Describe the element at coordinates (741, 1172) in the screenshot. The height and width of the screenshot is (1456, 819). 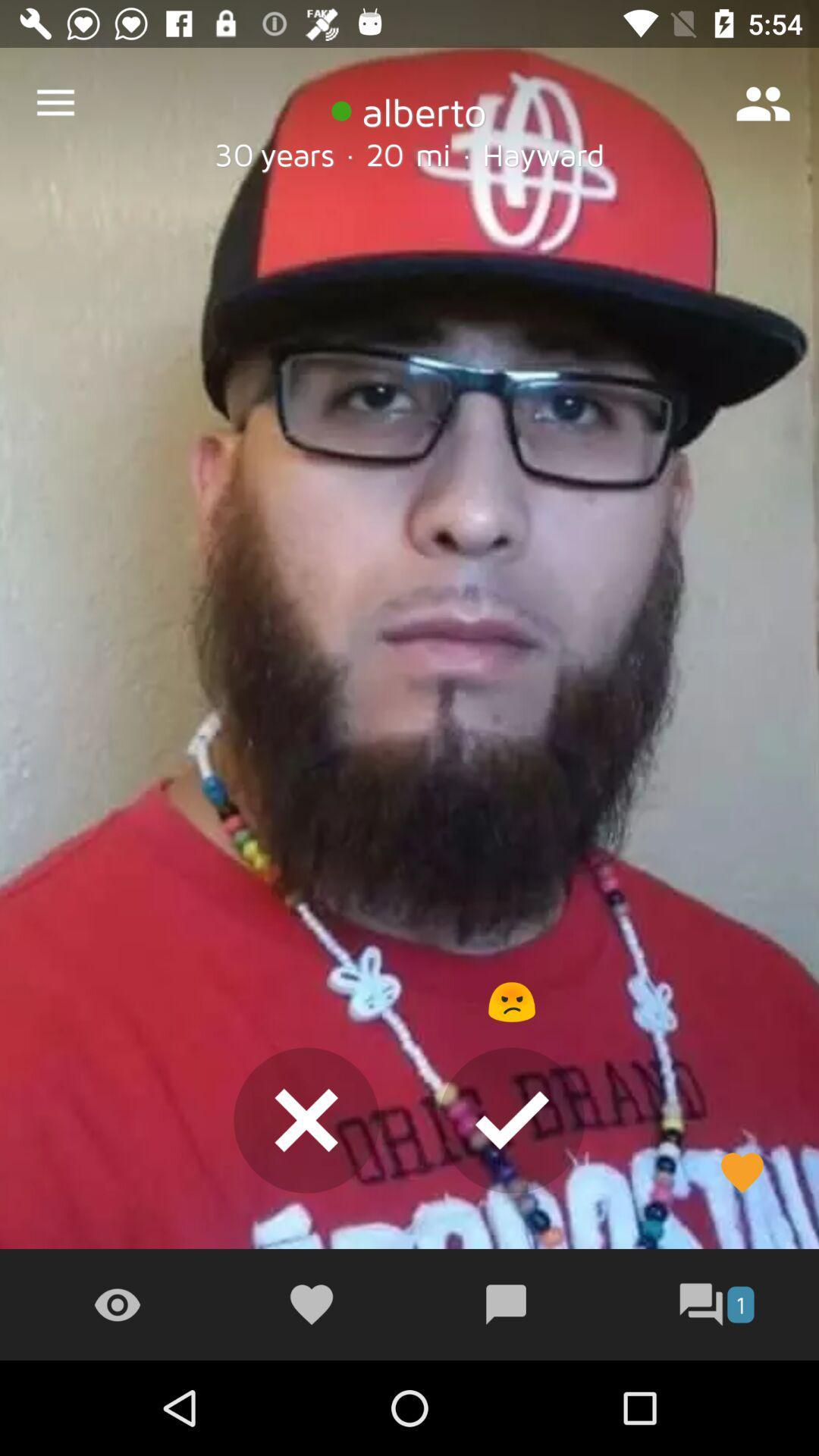
I see `the favorite icon` at that location.